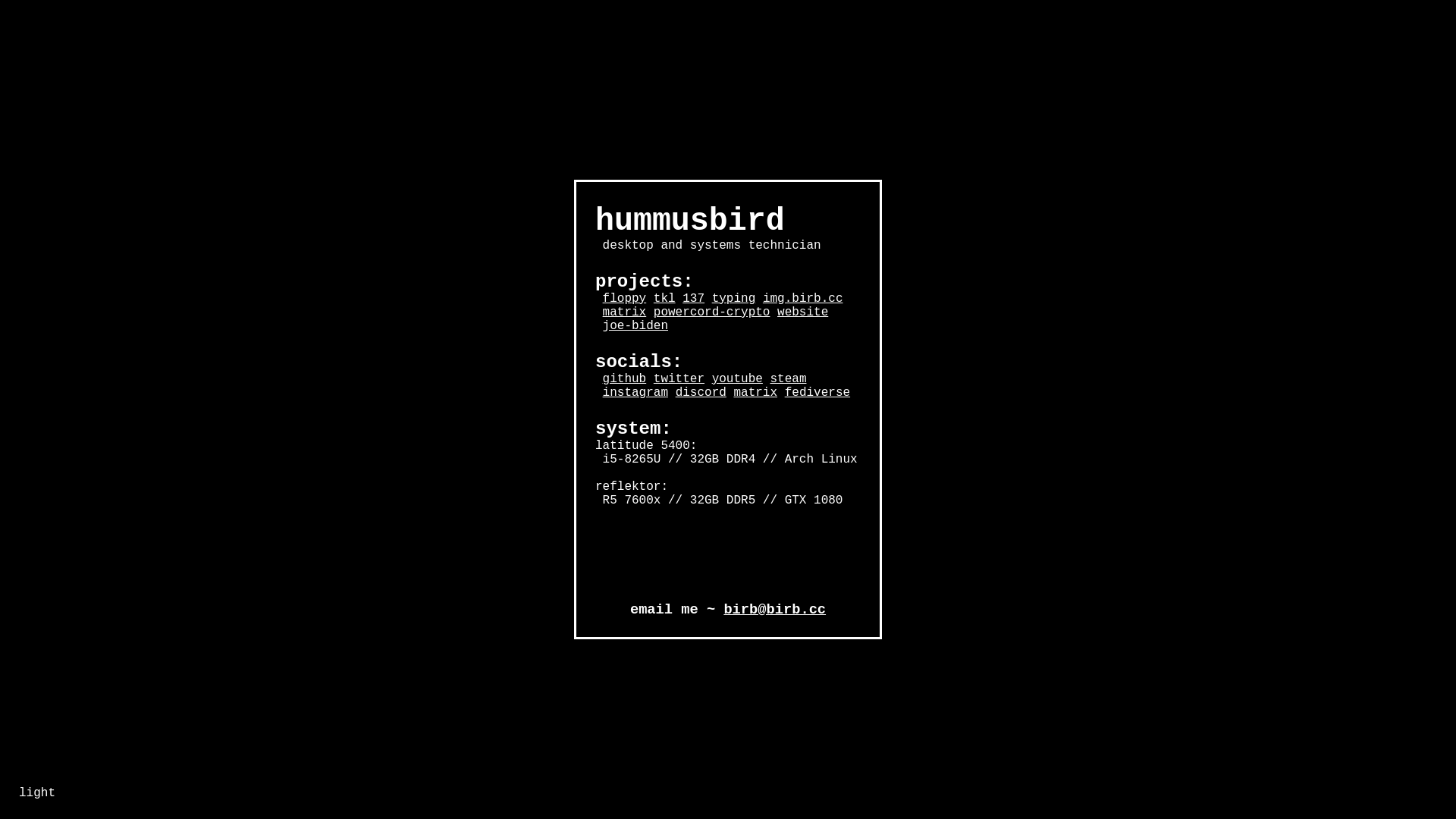 The image size is (1456, 819). What do you see at coordinates (654, 312) in the screenshot?
I see `'powercord-crypto'` at bounding box center [654, 312].